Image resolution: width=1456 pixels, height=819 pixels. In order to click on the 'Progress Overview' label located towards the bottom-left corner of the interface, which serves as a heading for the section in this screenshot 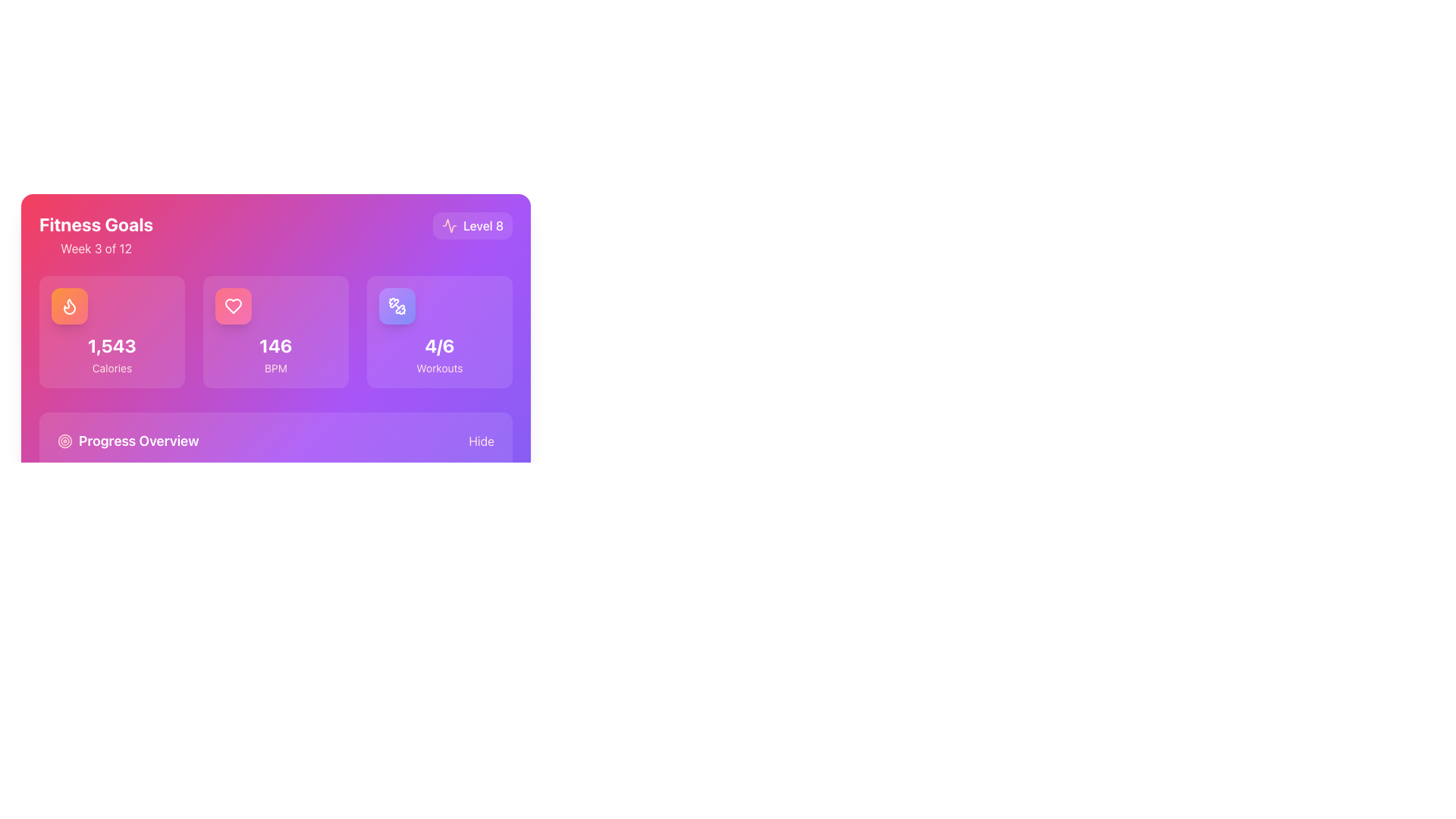, I will do `click(128, 441)`.